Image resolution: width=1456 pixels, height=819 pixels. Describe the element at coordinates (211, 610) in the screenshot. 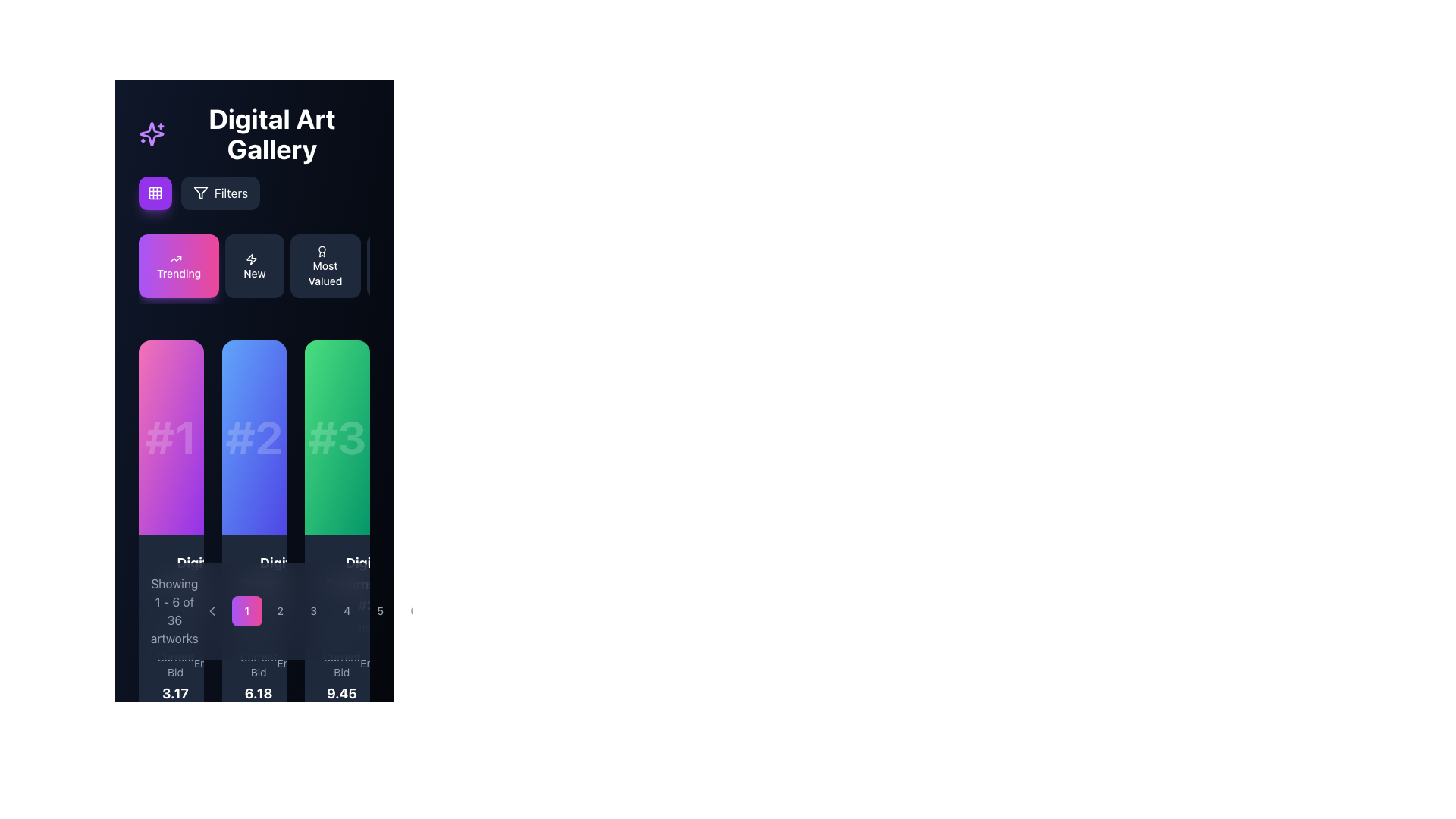

I see `the left-pointing arrow button styled as an SVG graphic in the pagination control interface` at that location.